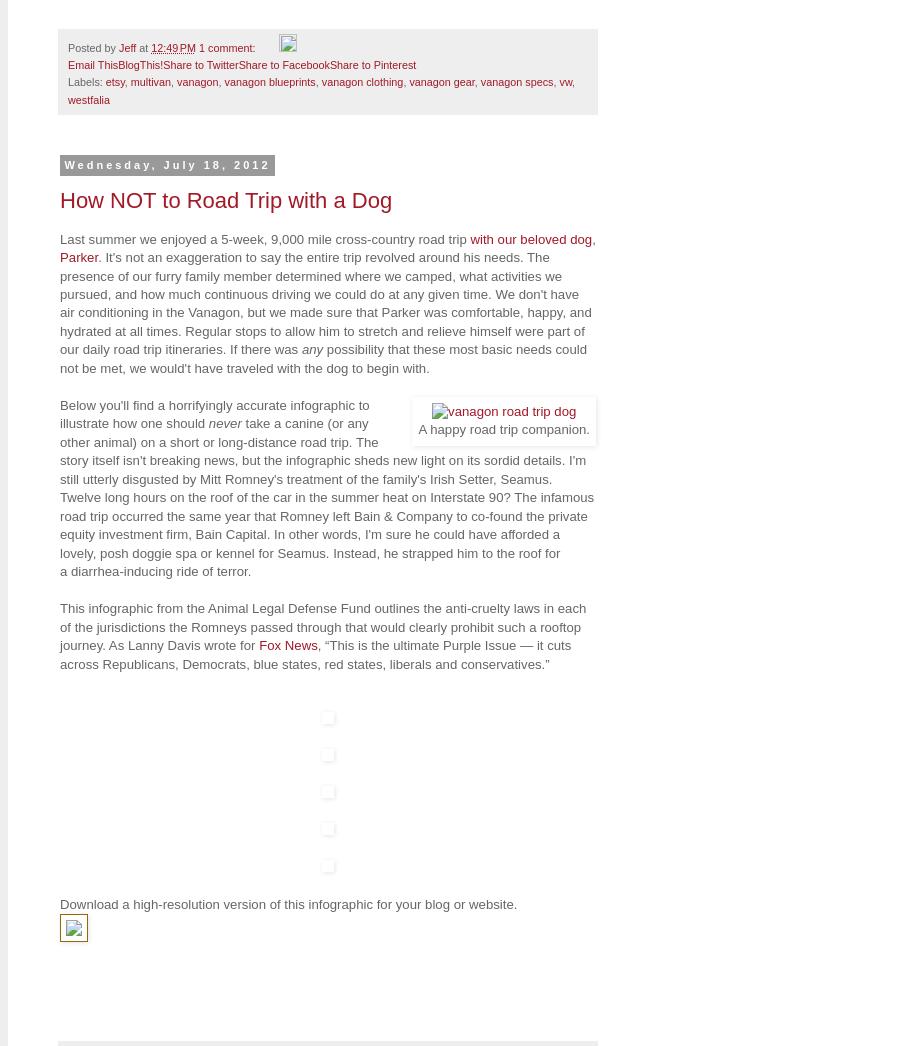 This screenshot has width=908, height=1046. Describe the element at coordinates (68, 45) in the screenshot. I see `'Posted by'` at that location.